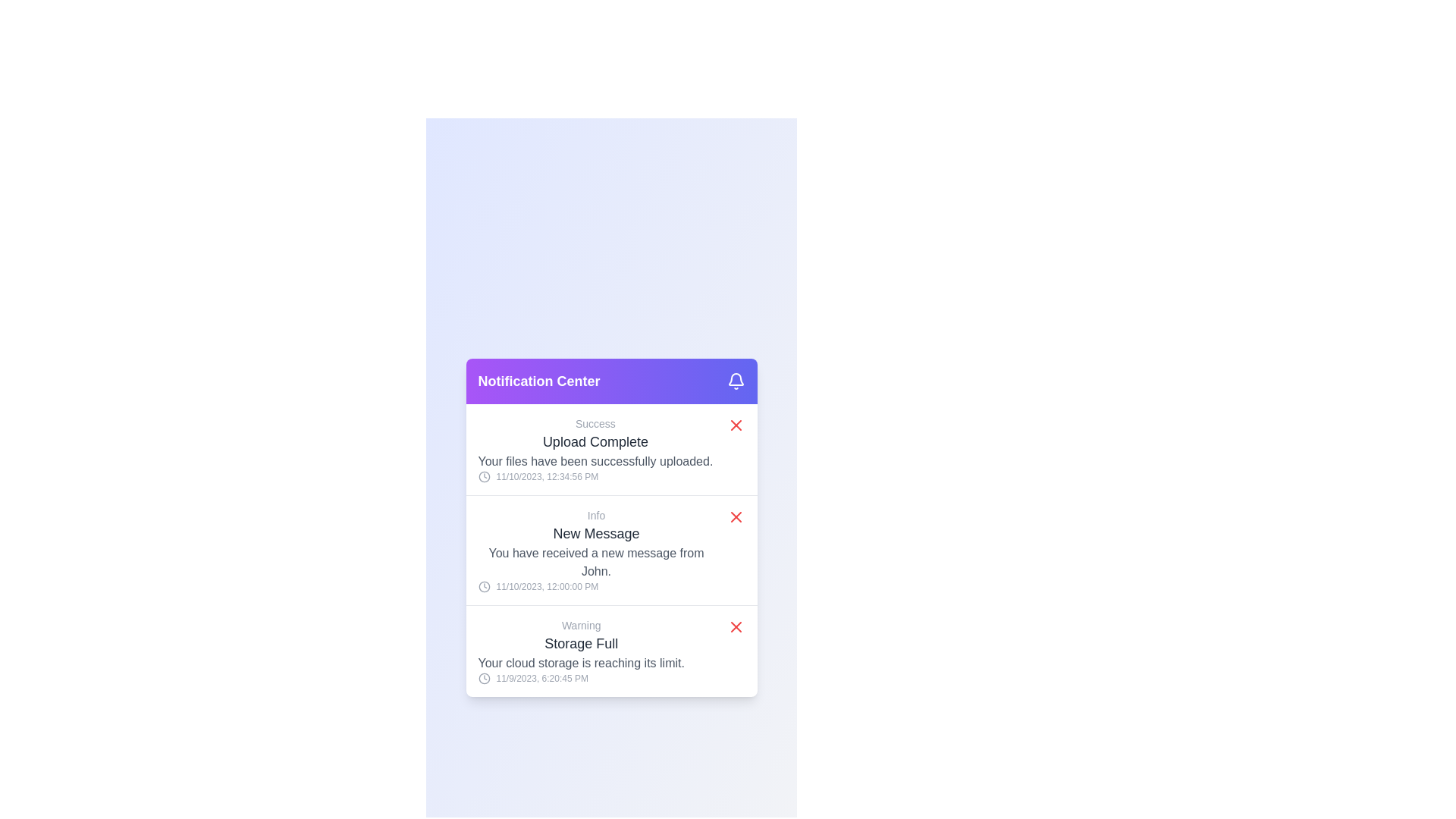 This screenshot has height=819, width=1456. I want to click on the 'New Message' text label, which is prominently displayed in a larger, bold gray font within the notification card, so click(595, 533).